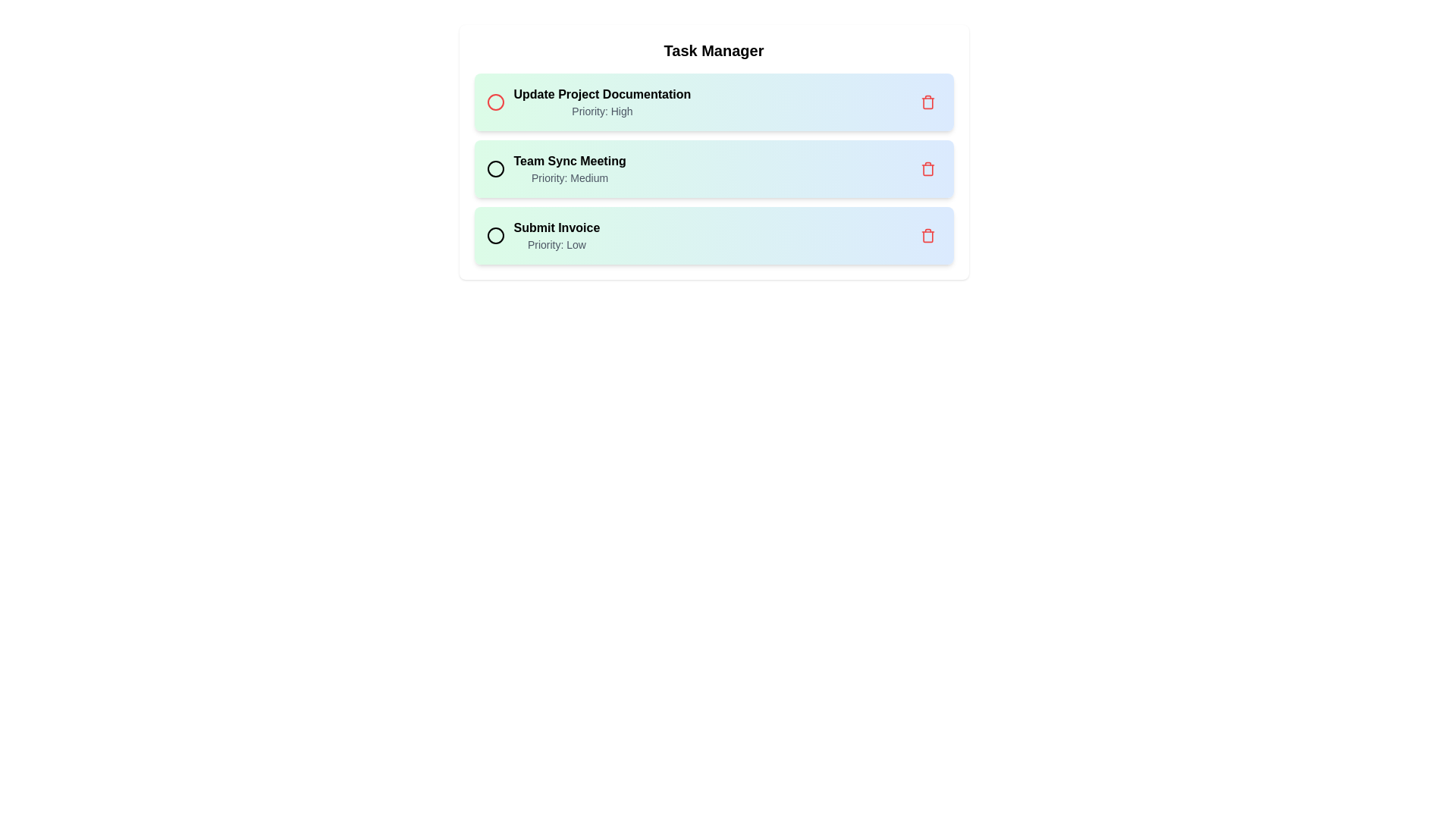 The image size is (1456, 819). Describe the element at coordinates (927, 169) in the screenshot. I see `the delete icon for the task with title 'Team Sync Meeting'` at that location.